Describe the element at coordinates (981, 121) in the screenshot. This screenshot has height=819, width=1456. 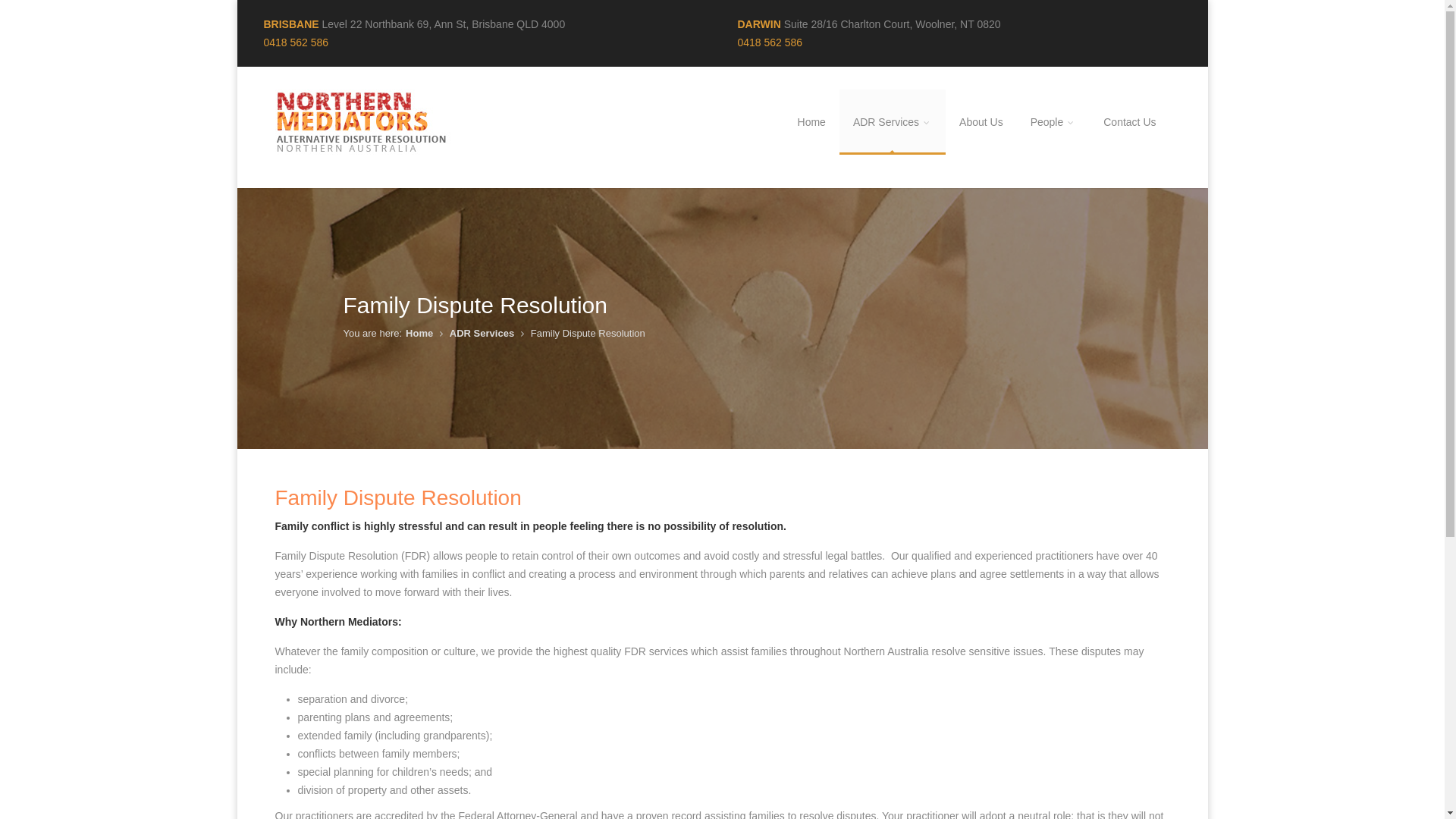
I see `'About Us'` at that location.